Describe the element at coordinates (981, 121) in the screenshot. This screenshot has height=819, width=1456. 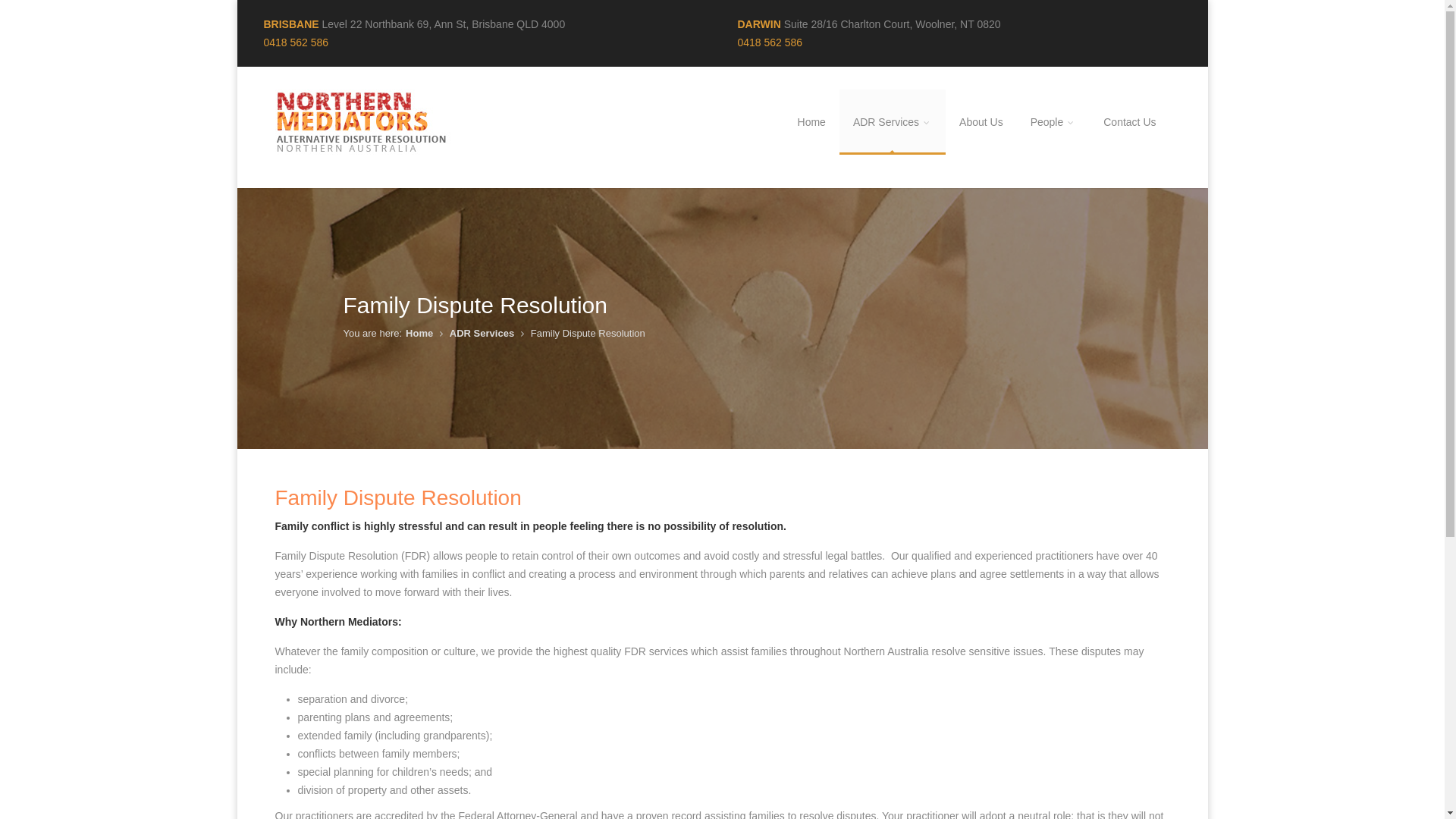
I see `'About Us'` at that location.